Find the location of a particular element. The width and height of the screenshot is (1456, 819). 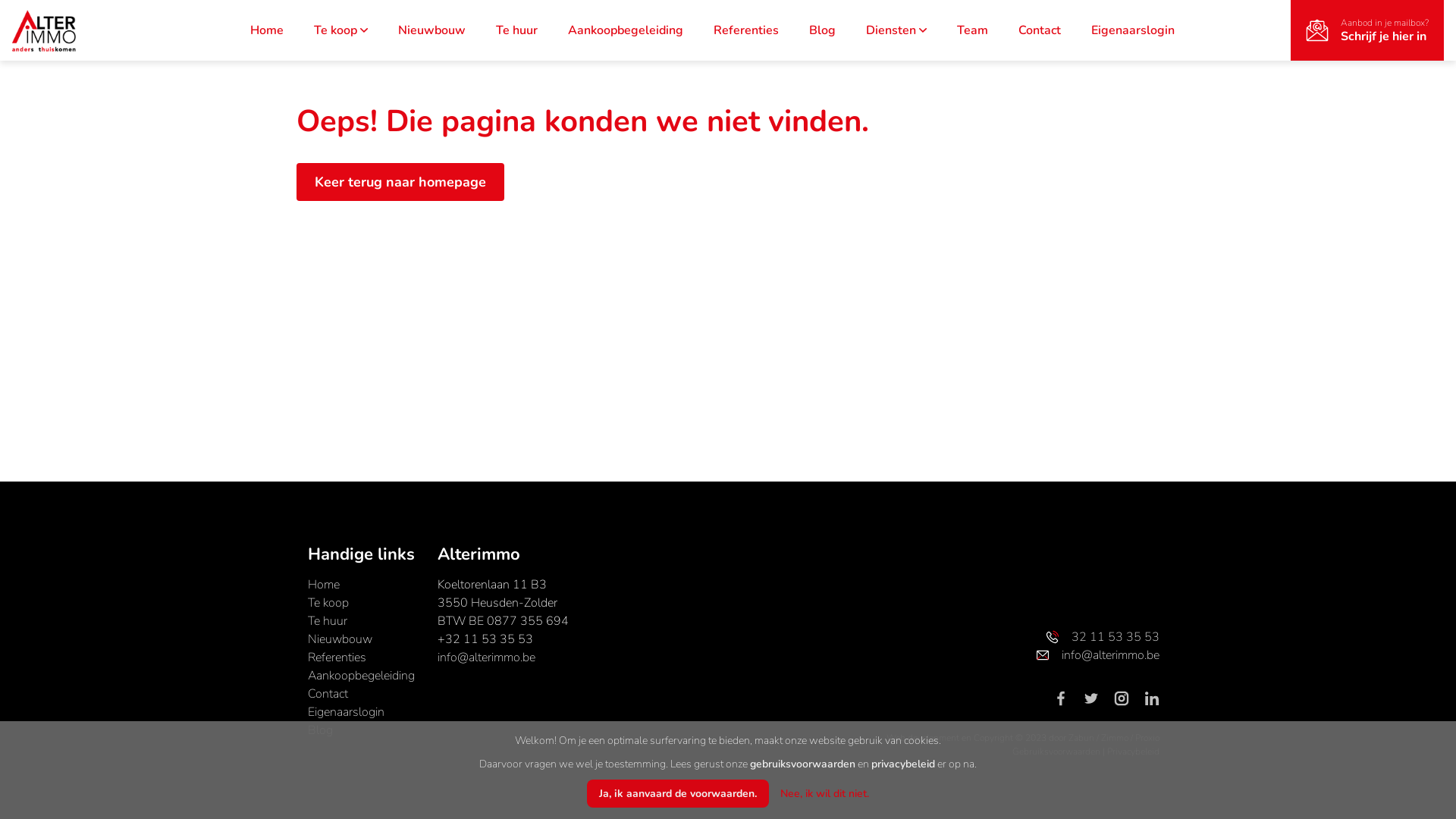

'gebruiksvoorwaarden' is located at coordinates (749, 764).